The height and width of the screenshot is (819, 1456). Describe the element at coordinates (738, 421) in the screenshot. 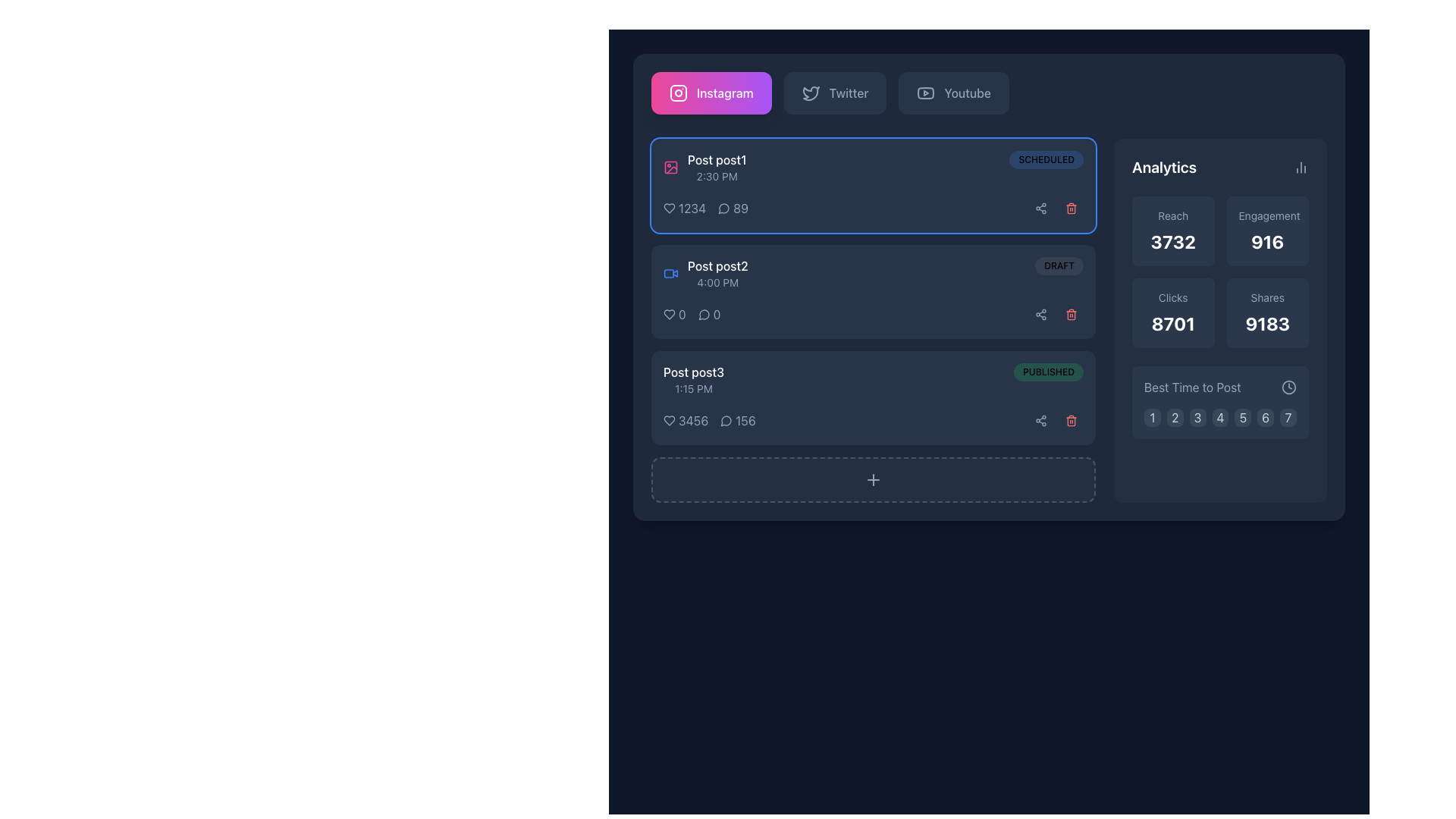

I see `the comments icon and text combination located in the second group under the 'Post post3' section, positioned to the right of the heart icon` at that location.